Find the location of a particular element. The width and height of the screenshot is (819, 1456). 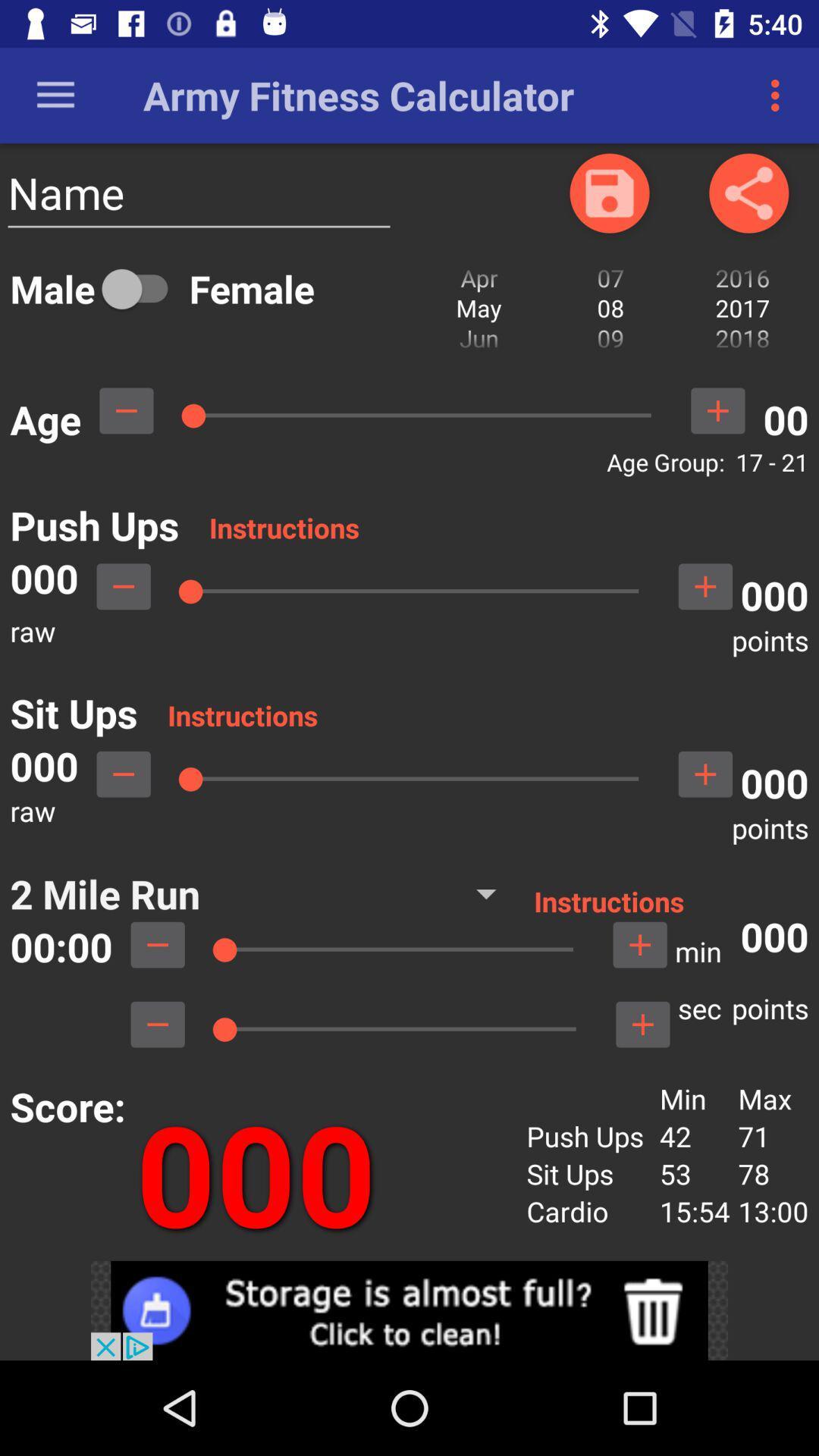

subrtact points is located at coordinates (123, 774).